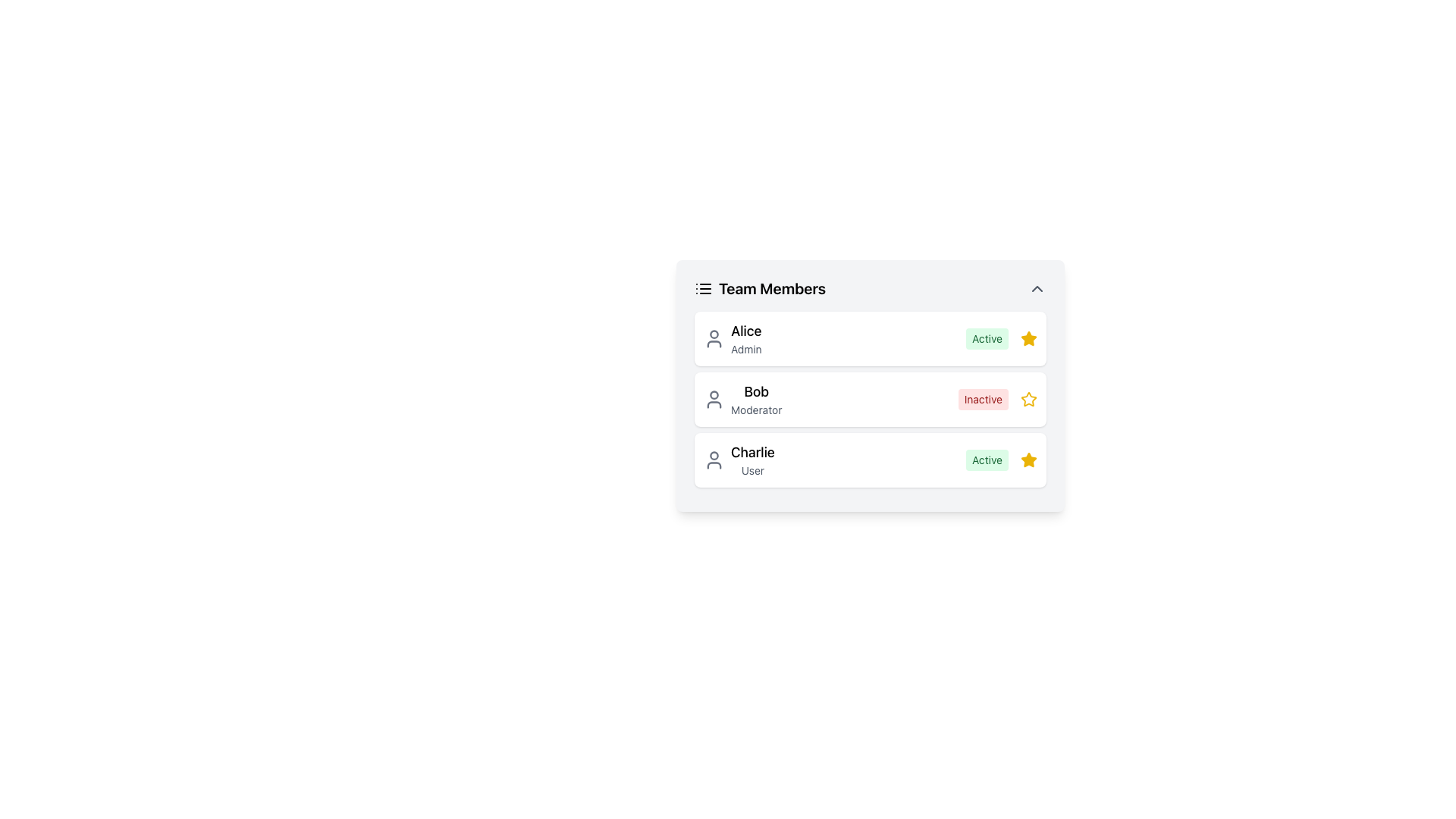 The width and height of the screenshot is (1456, 819). Describe the element at coordinates (870, 459) in the screenshot. I see `the user card for 'Charlie', which is the third entry in the 'Team Members' list, positioned below 'Bob'` at that location.